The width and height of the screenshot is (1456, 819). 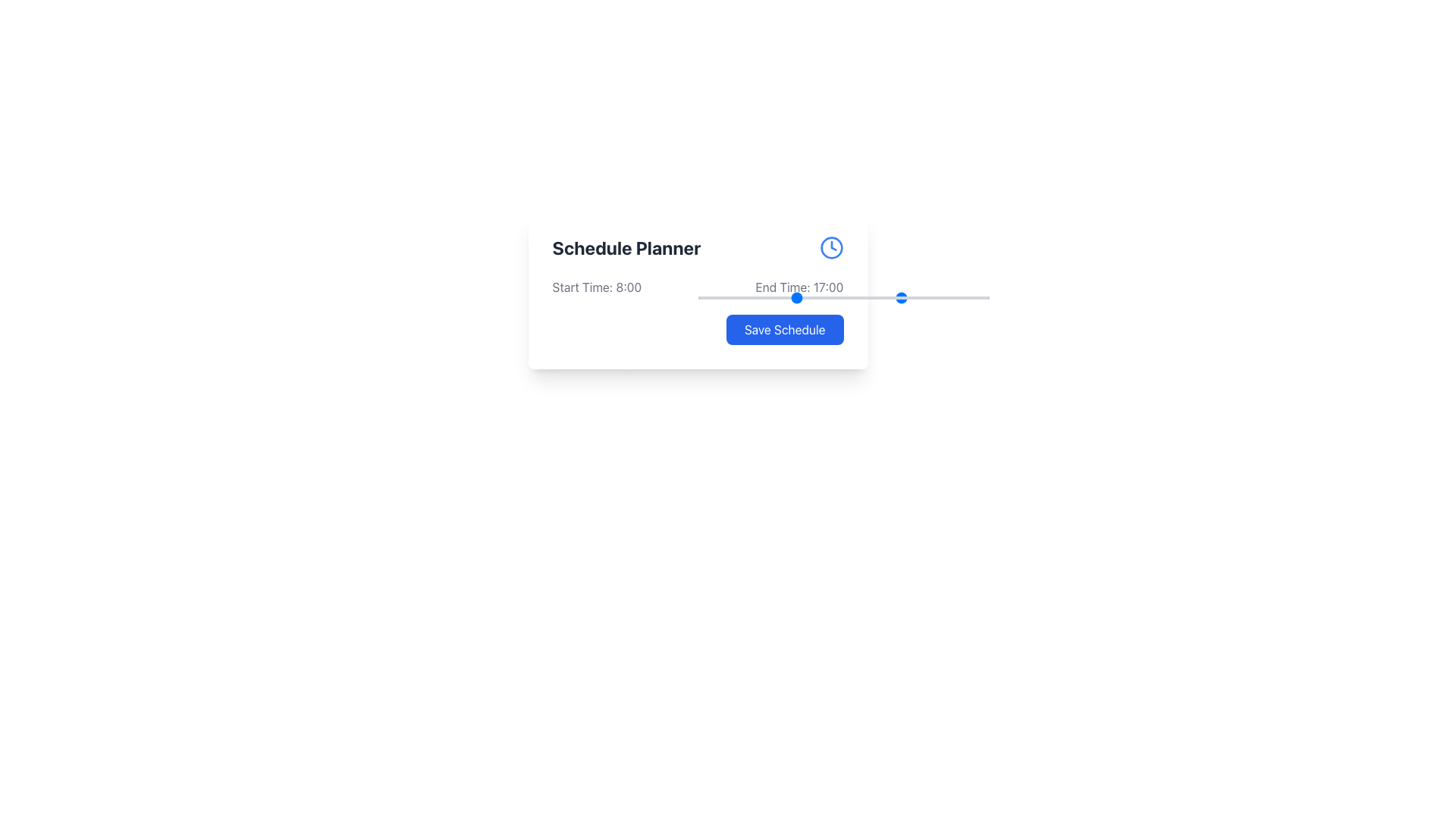 What do you see at coordinates (830, 247) in the screenshot?
I see `the SVG Circle Component that represents the circular border of the clock icon located in the upper-right section of the layout` at bounding box center [830, 247].